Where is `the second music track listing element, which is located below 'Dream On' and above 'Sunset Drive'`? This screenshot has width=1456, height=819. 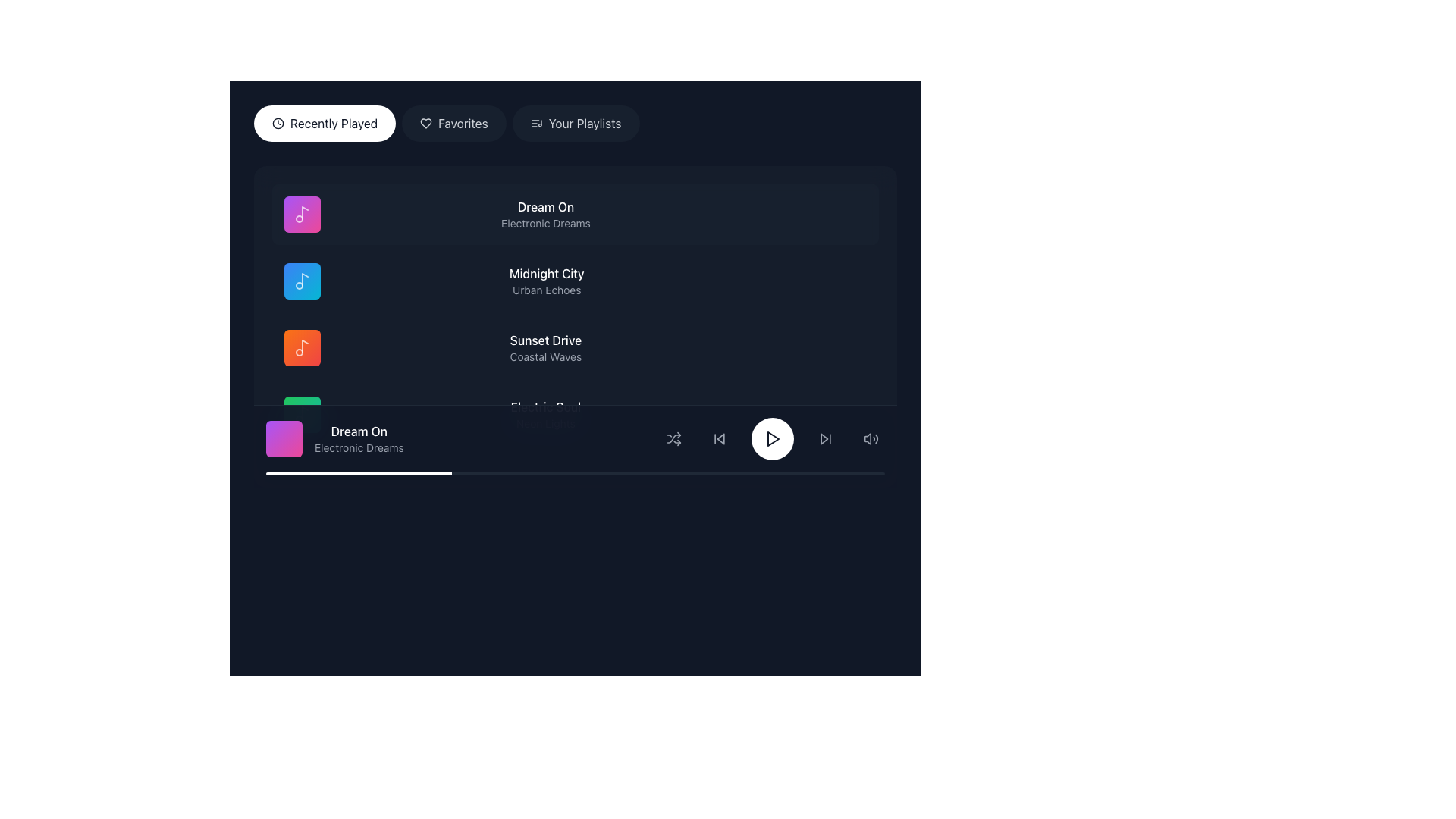
the second music track listing element, which is located below 'Dream On' and above 'Sunset Drive' is located at coordinates (574, 281).